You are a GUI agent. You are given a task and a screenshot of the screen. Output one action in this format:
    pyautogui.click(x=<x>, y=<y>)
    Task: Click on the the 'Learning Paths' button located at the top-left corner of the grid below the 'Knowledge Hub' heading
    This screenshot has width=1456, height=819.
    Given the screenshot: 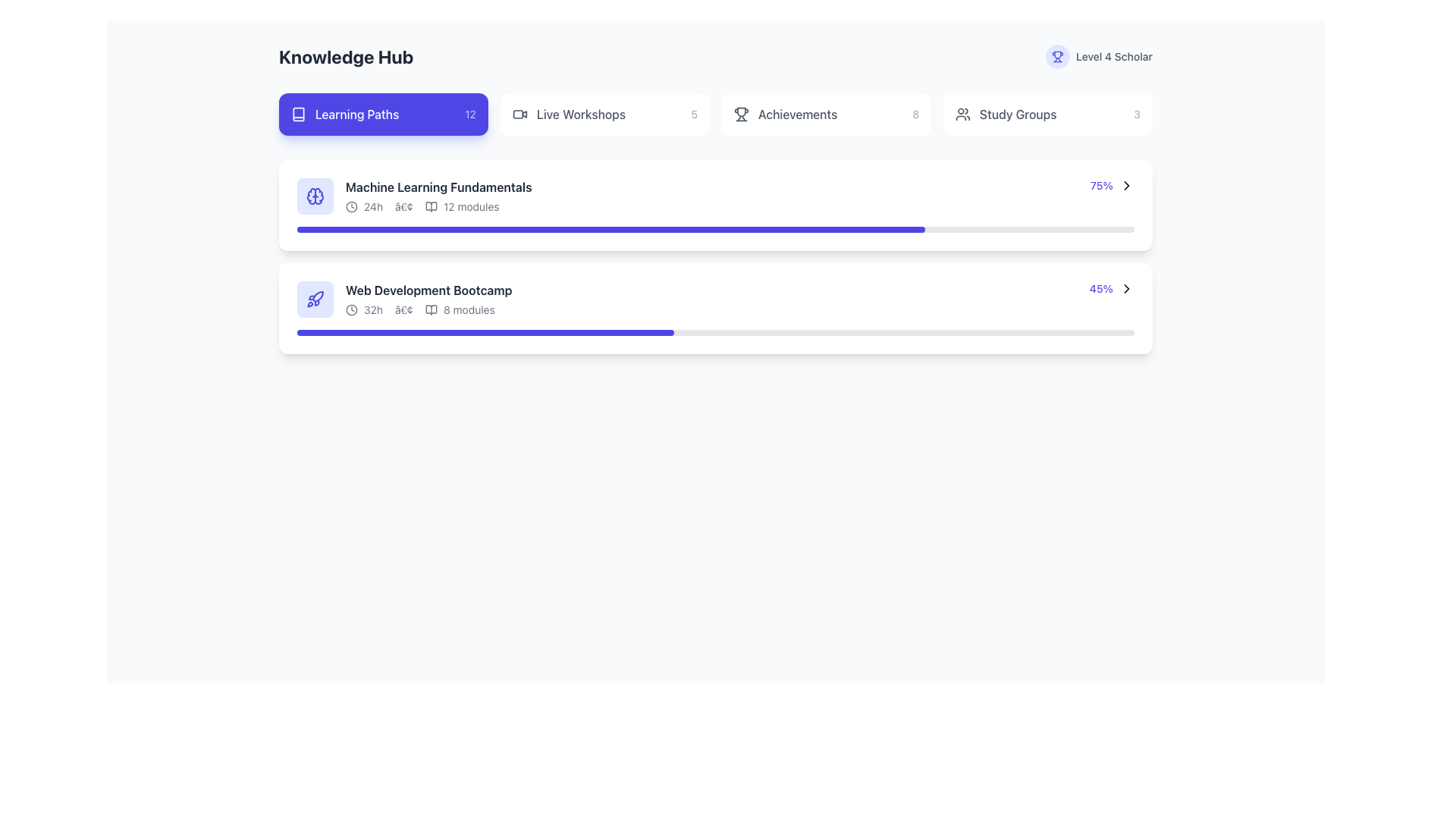 What is the action you would take?
    pyautogui.click(x=383, y=113)
    